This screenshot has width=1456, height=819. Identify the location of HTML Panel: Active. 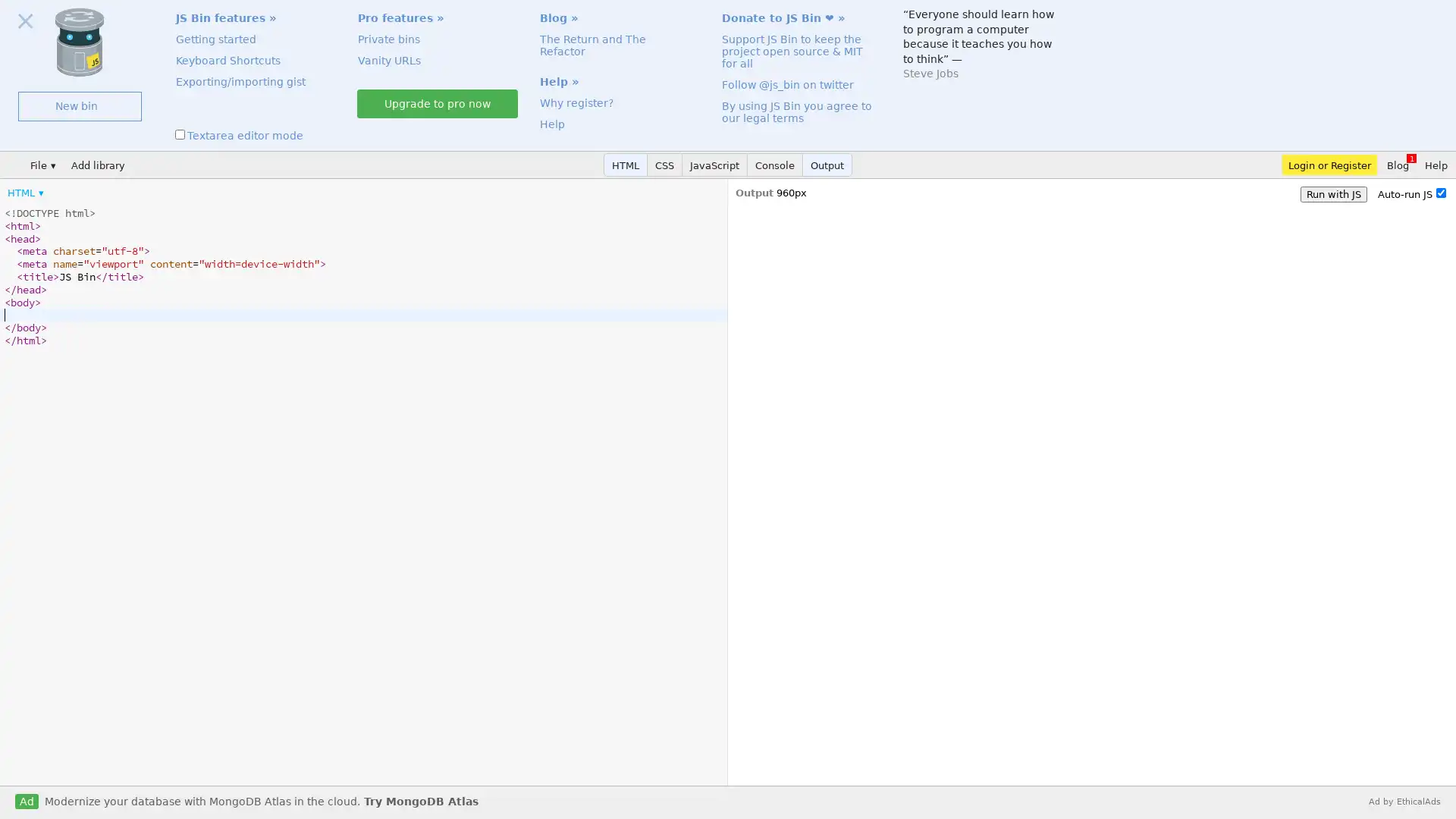
(626, 165).